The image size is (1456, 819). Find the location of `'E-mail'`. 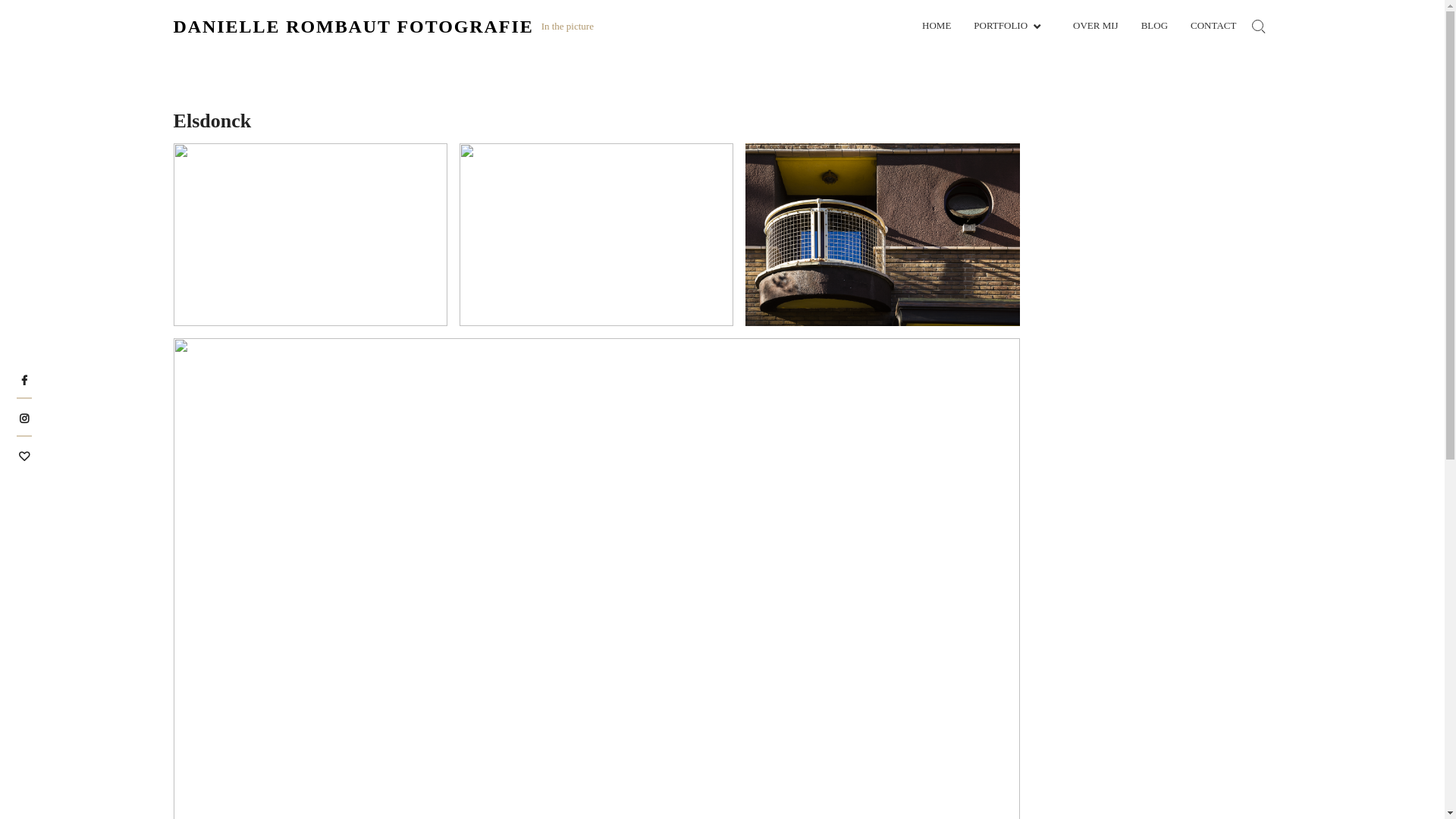

'E-mail' is located at coordinates (23, 454).